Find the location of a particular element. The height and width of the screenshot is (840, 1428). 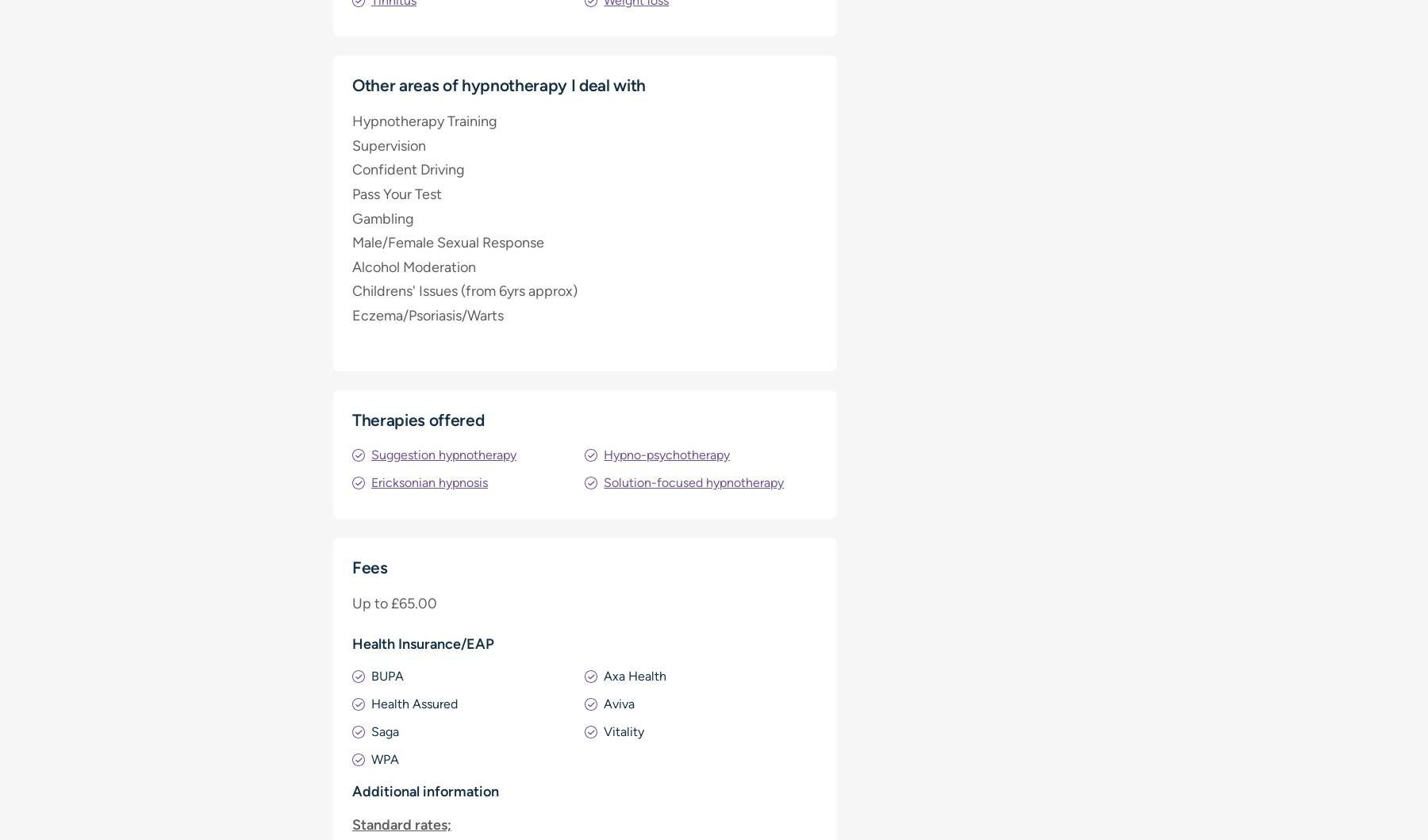

'Vitality' is located at coordinates (623, 731).